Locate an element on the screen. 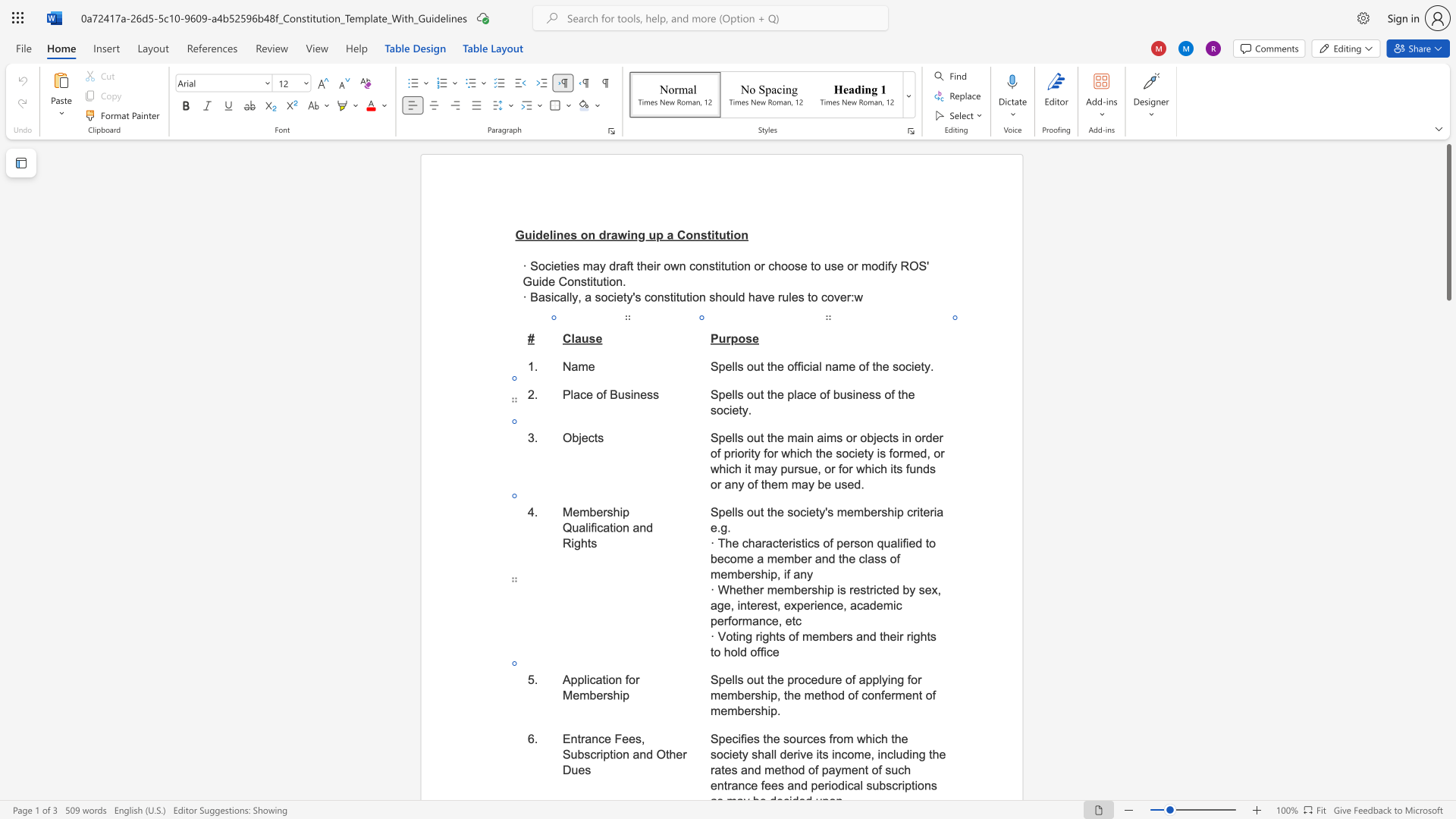 This screenshot has height=819, width=1456. the space between the continuous character "i" and "o" in the text is located at coordinates (609, 679).